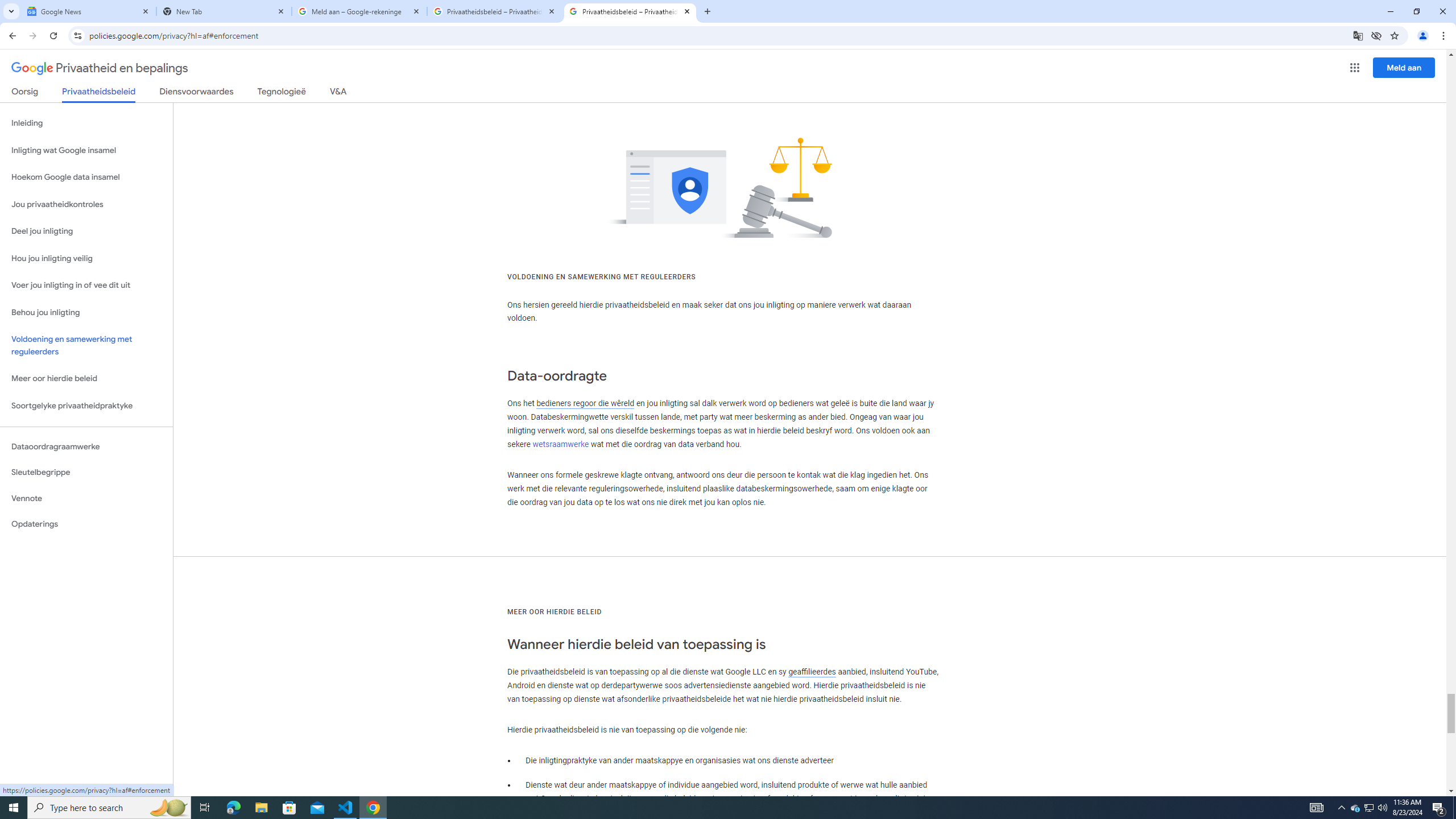 This screenshot has height=819, width=1456. What do you see at coordinates (86, 379) in the screenshot?
I see `'Meer oor hierdie beleid'` at bounding box center [86, 379].